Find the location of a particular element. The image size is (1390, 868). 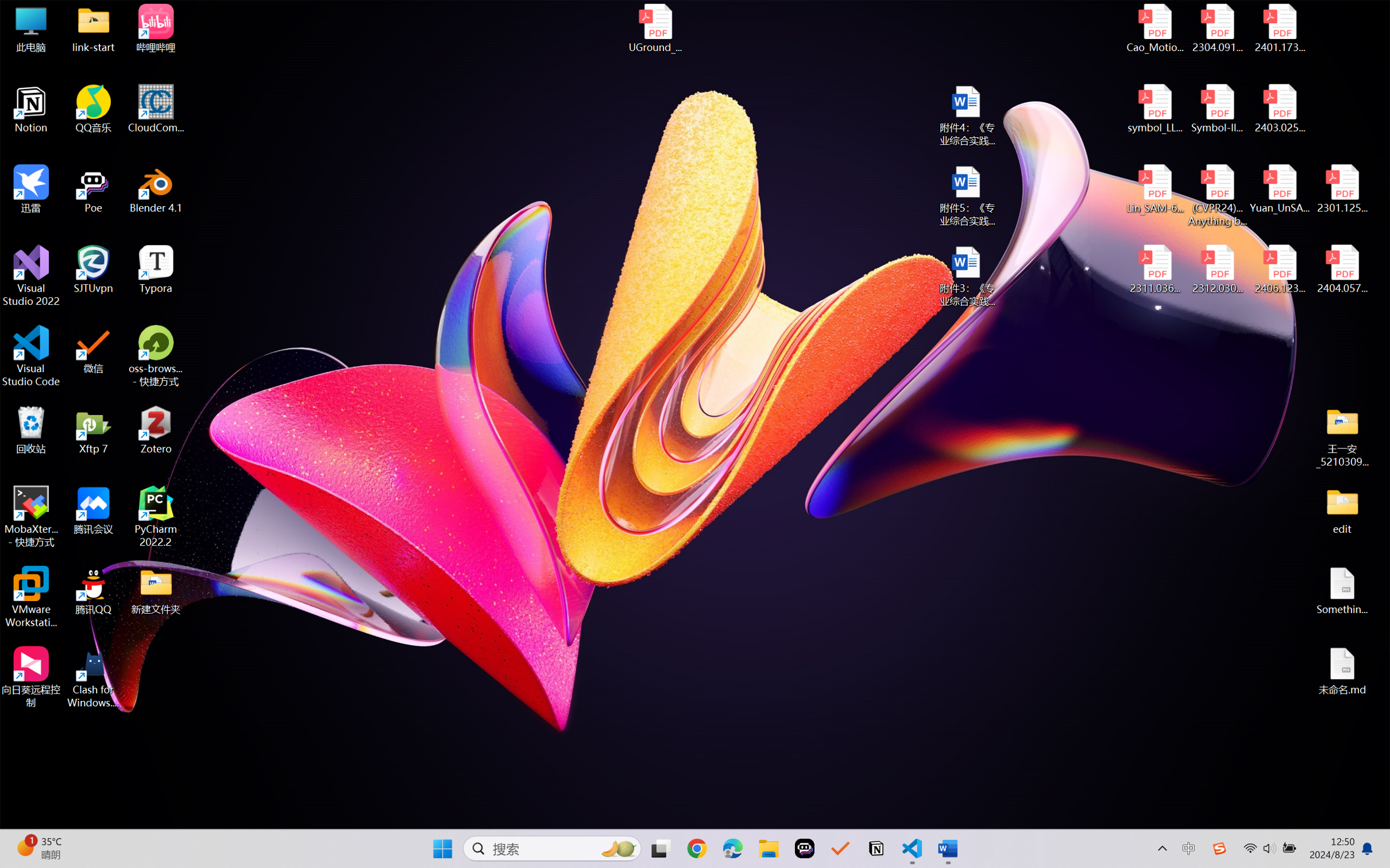

'VMware Workstation Pro' is located at coordinates (30, 597).